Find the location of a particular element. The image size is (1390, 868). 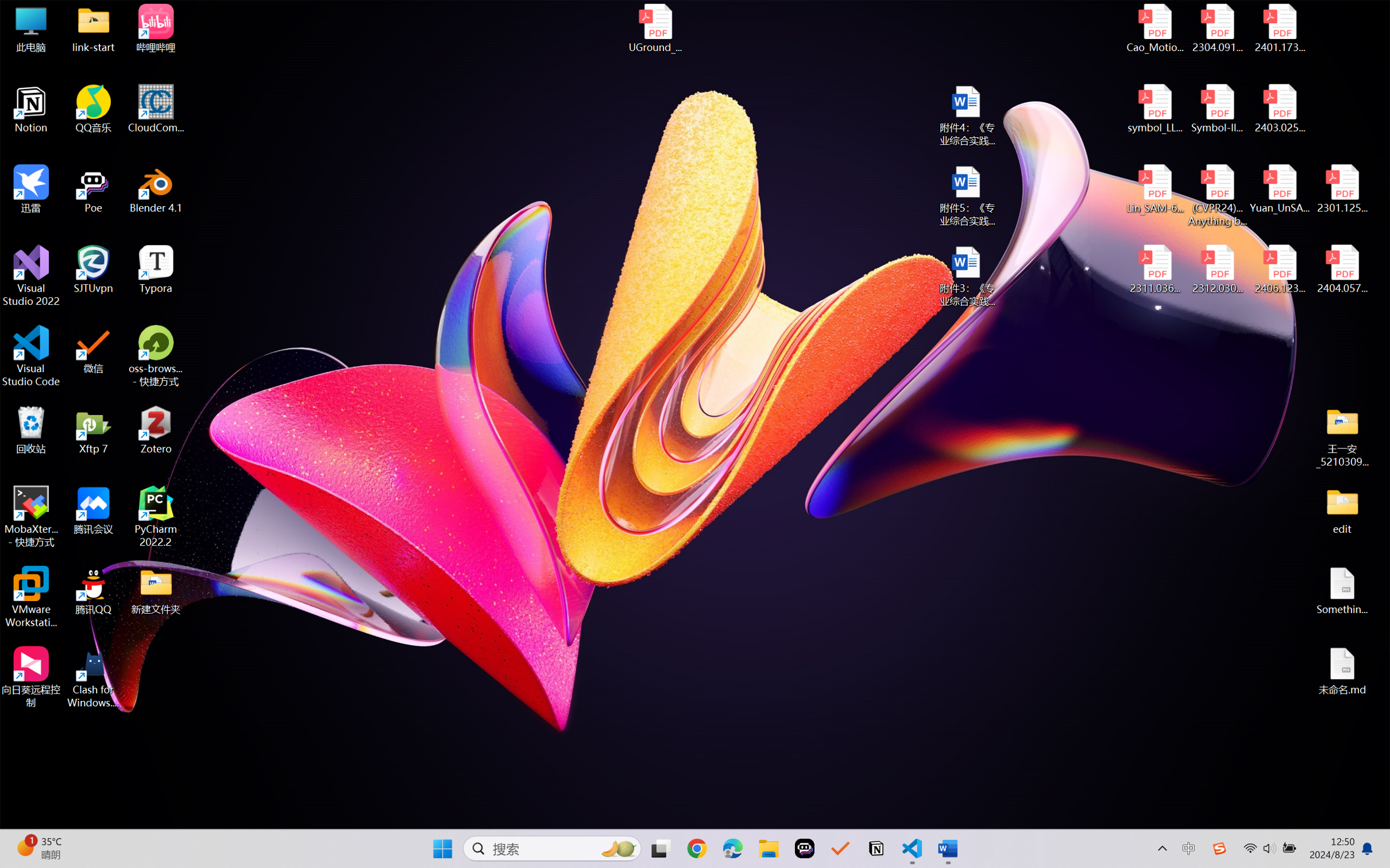

'VMware Workstation Pro' is located at coordinates (30, 597).